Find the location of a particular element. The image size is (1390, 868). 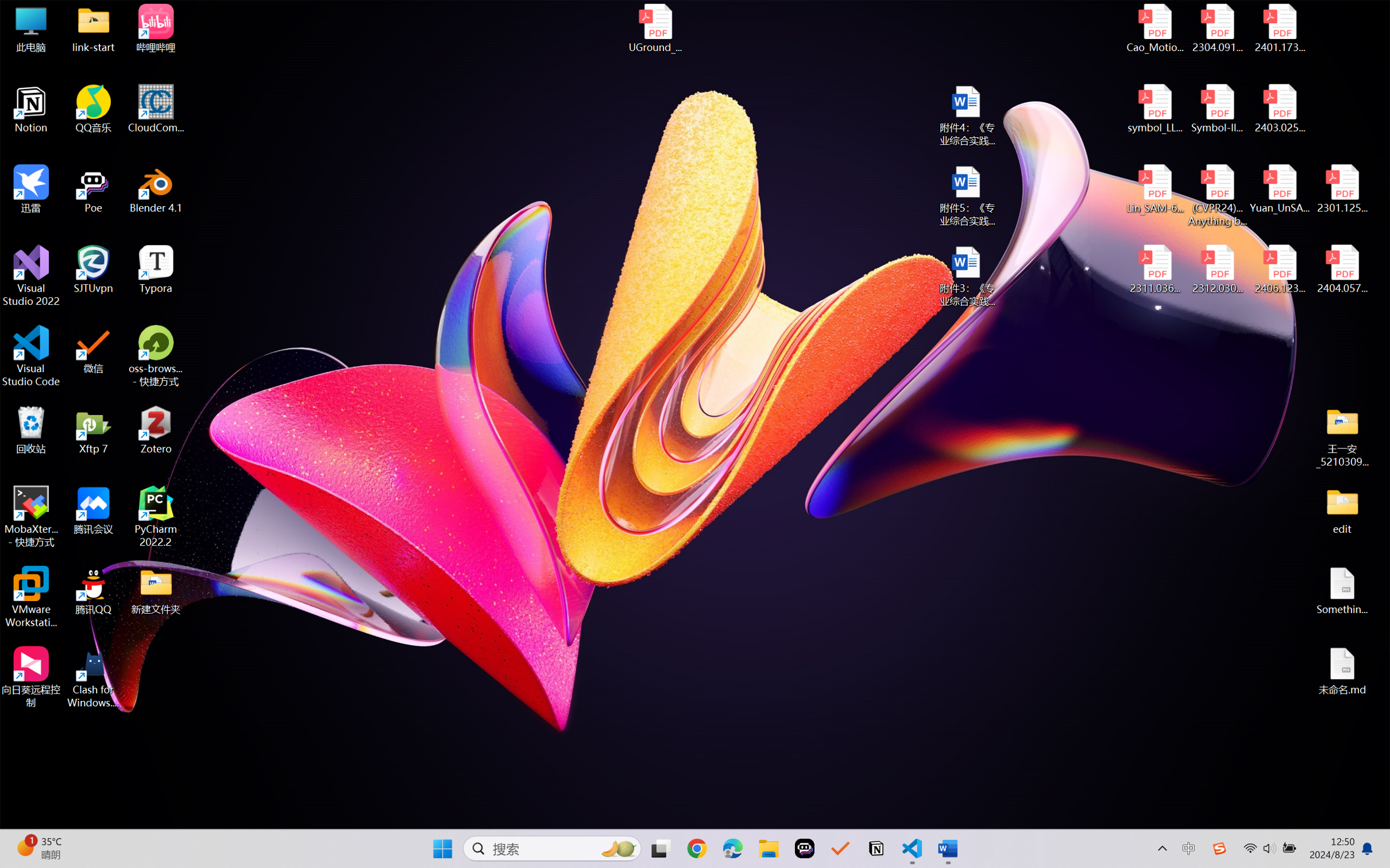

'VMware Workstation Pro' is located at coordinates (30, 597).